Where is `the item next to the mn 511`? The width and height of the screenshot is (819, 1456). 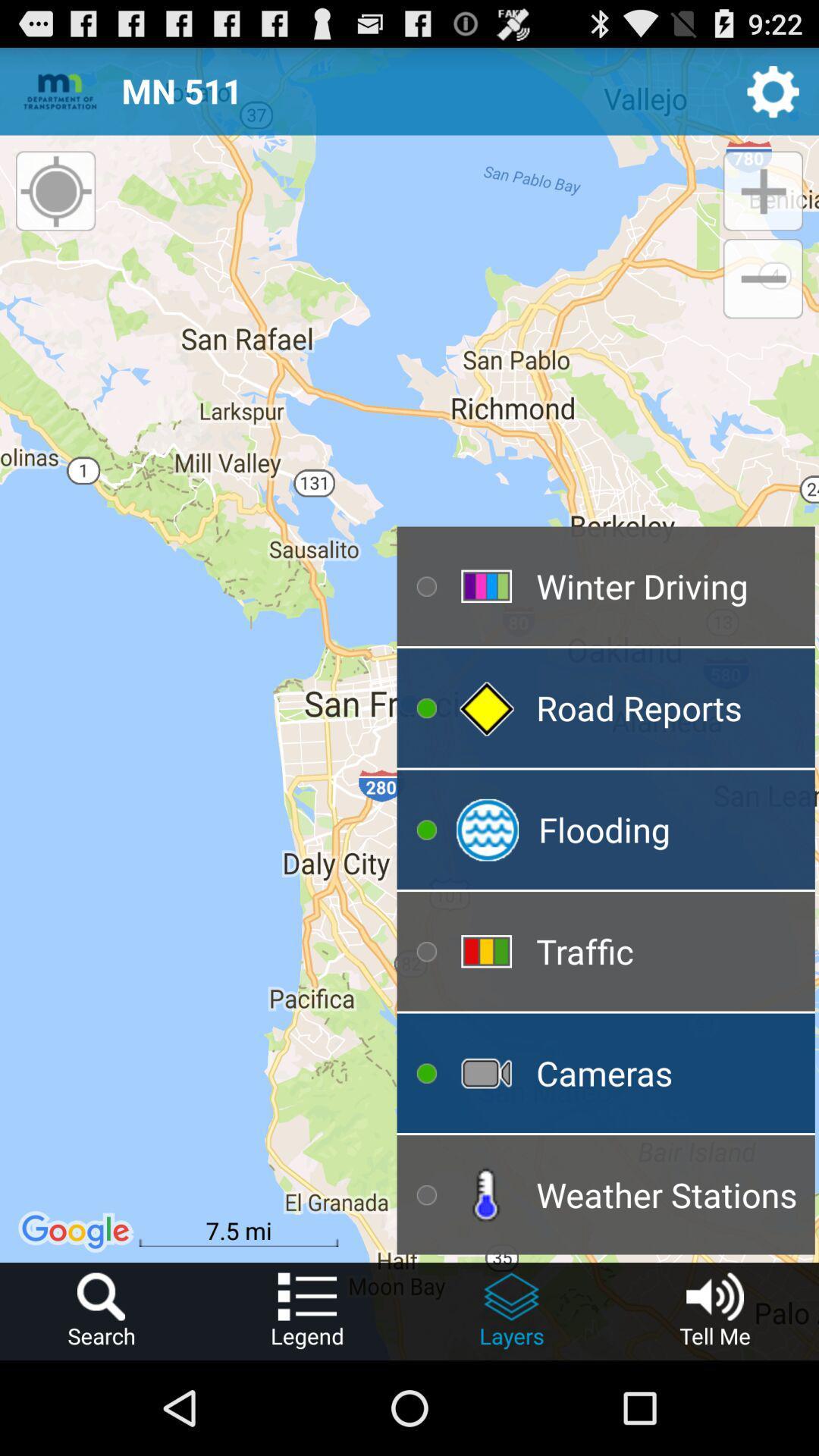 the item next to the mn 511 is located at coordinates (773, 90).